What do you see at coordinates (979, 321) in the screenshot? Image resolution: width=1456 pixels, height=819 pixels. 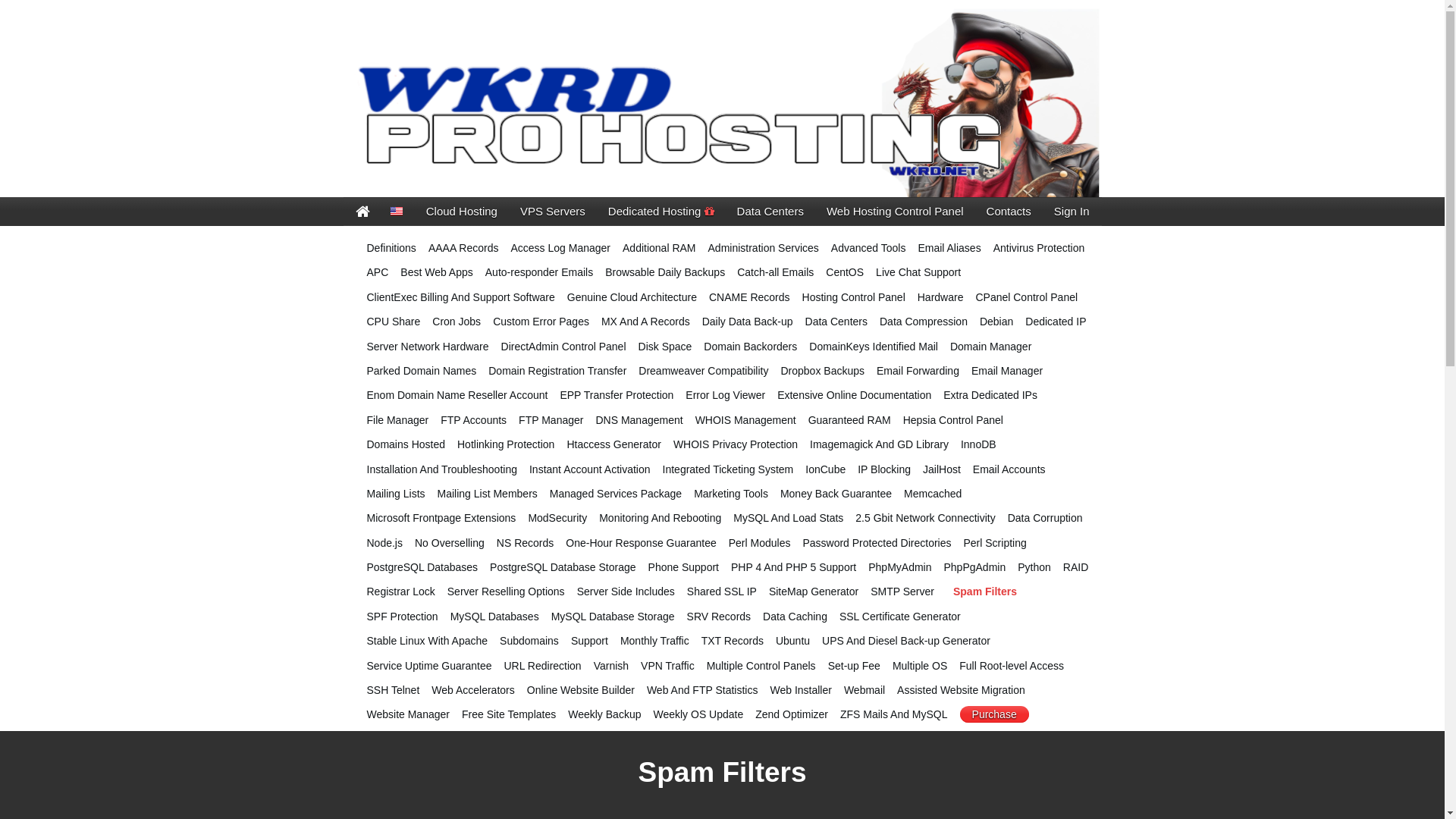 I see `'Debian'` at bounding box center [979, 321].